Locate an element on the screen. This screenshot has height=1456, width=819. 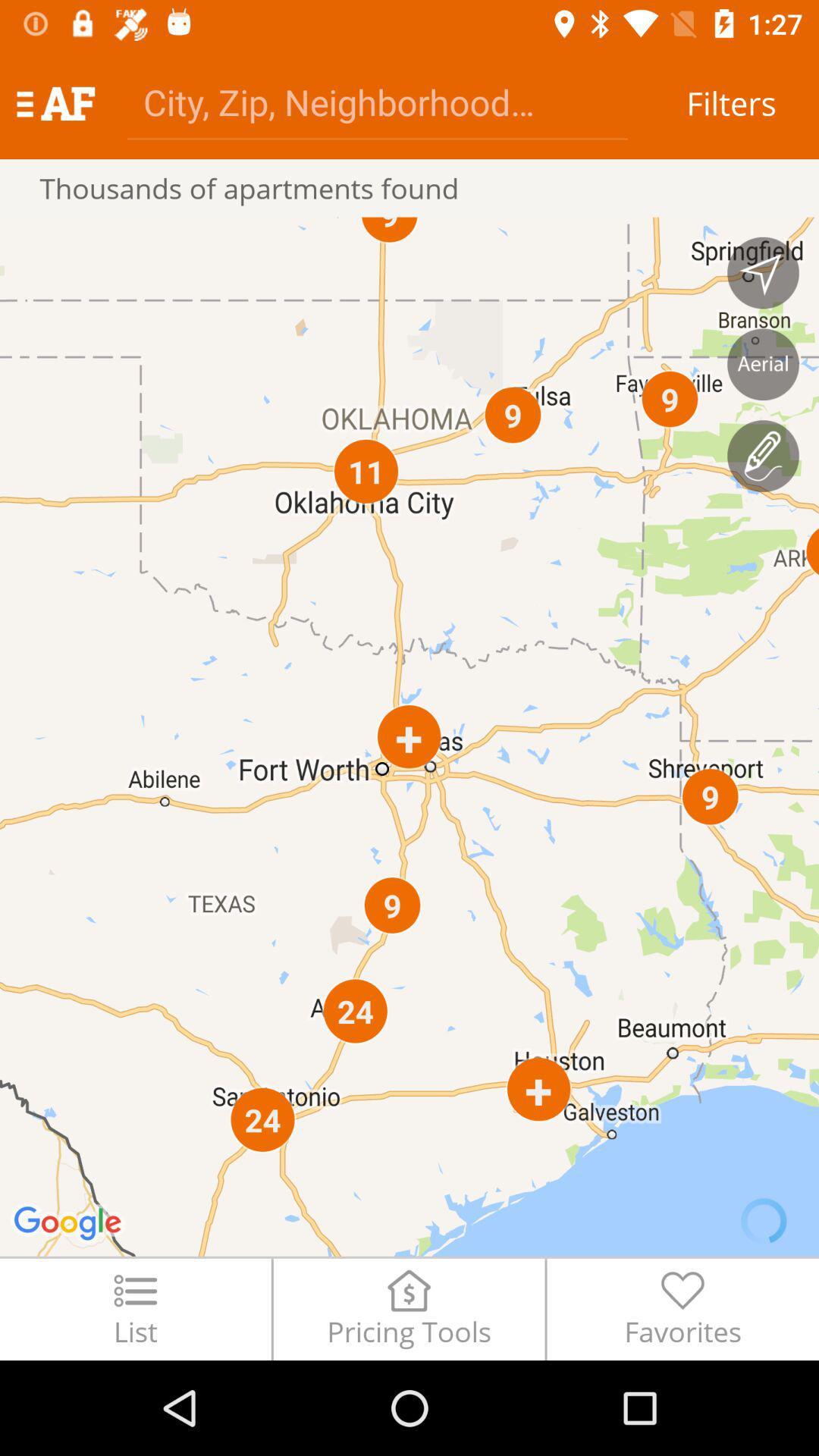
navigation option is located at coordinates (763, 273).